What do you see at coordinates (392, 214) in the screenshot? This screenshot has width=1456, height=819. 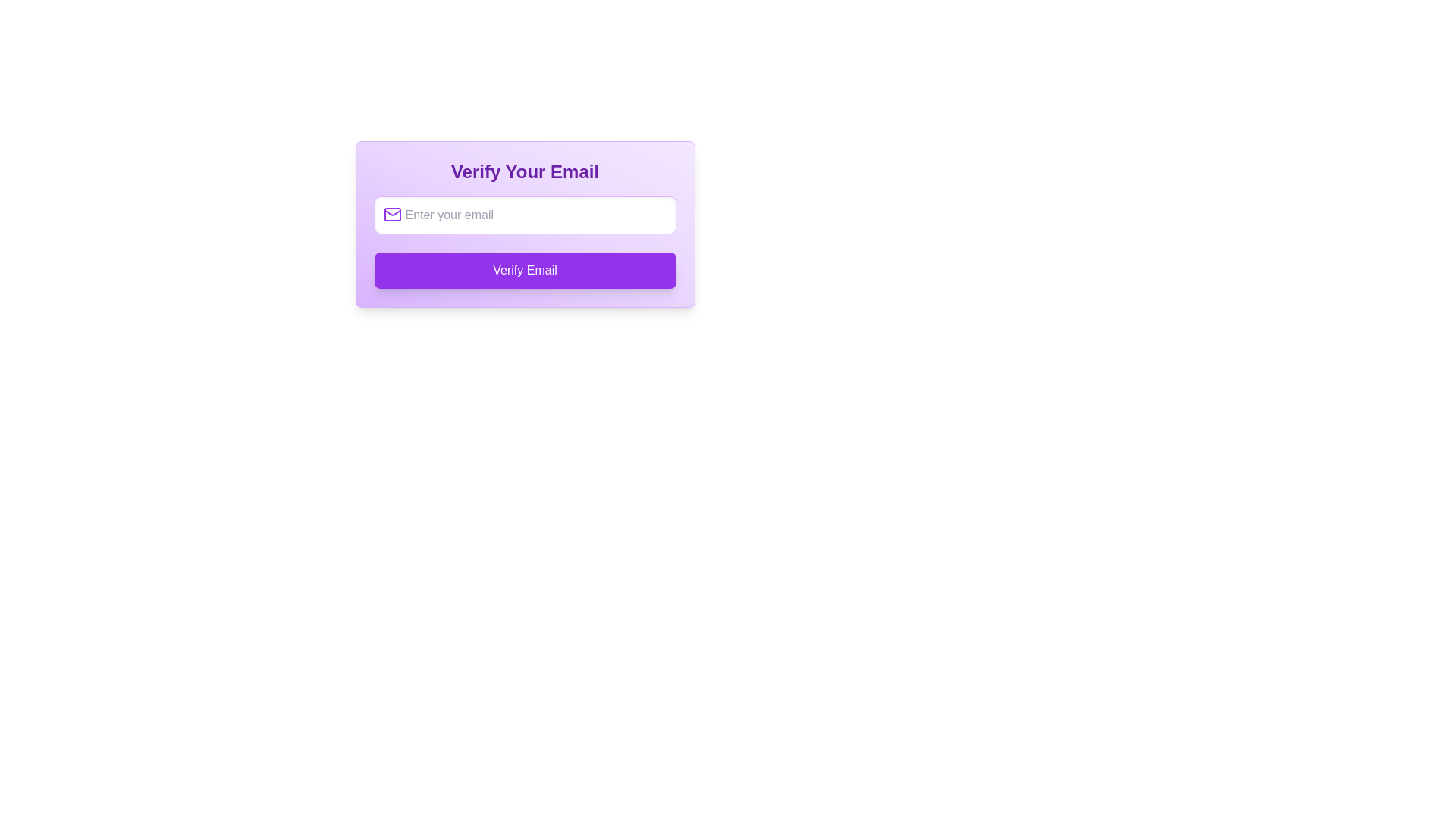 I see `the mail icon, which is represented as an outlined envelope-shaped graphic in purple color, located to the left within the input field area, near the placeholder text 'Enter your email'` at bounding box center [392, 214].